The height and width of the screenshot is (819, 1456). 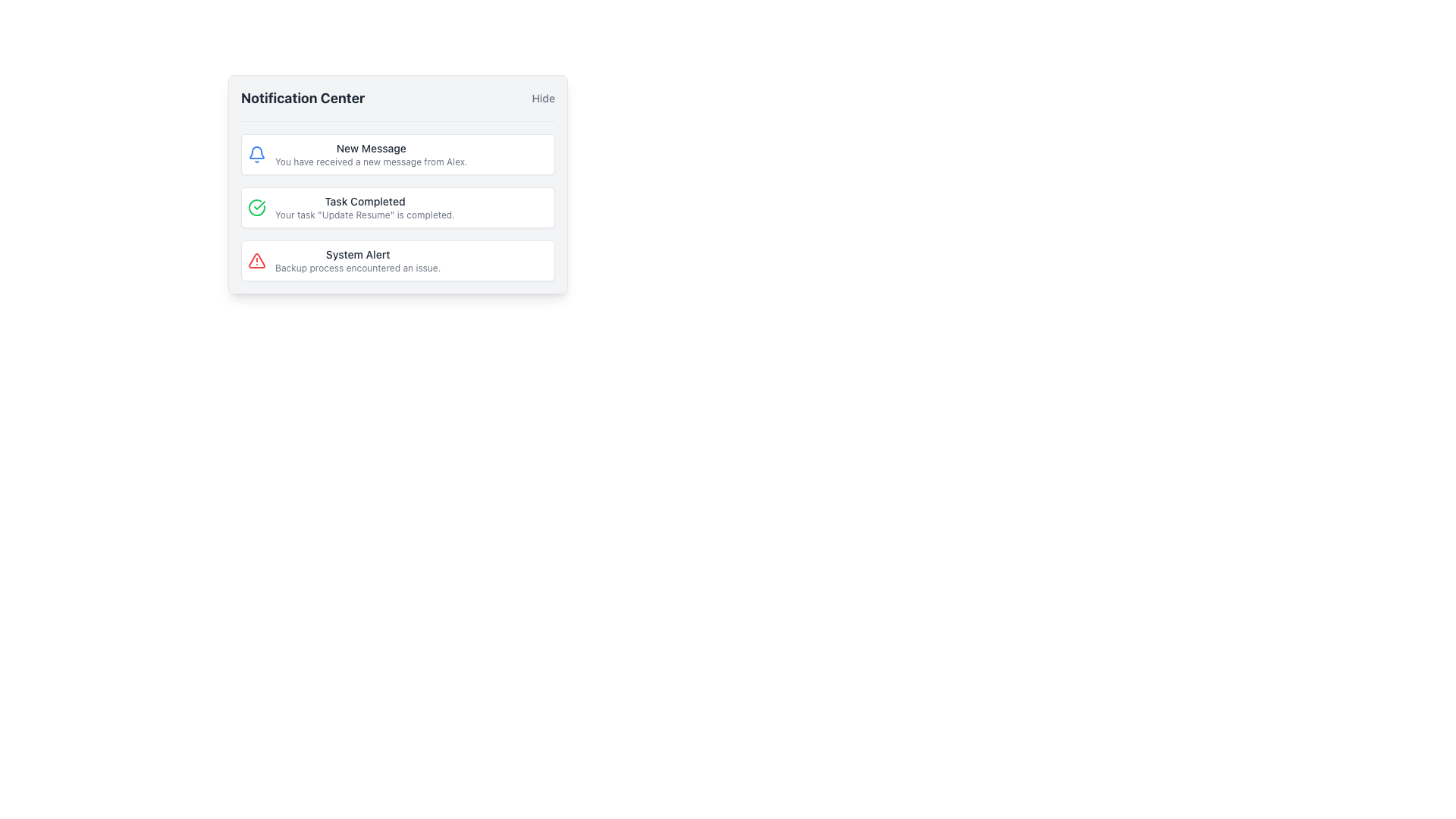 I want to click on the second textual notification in the notification center that informs the user about the completion of the 'Update Resume' task, so click(x=365, y=207).